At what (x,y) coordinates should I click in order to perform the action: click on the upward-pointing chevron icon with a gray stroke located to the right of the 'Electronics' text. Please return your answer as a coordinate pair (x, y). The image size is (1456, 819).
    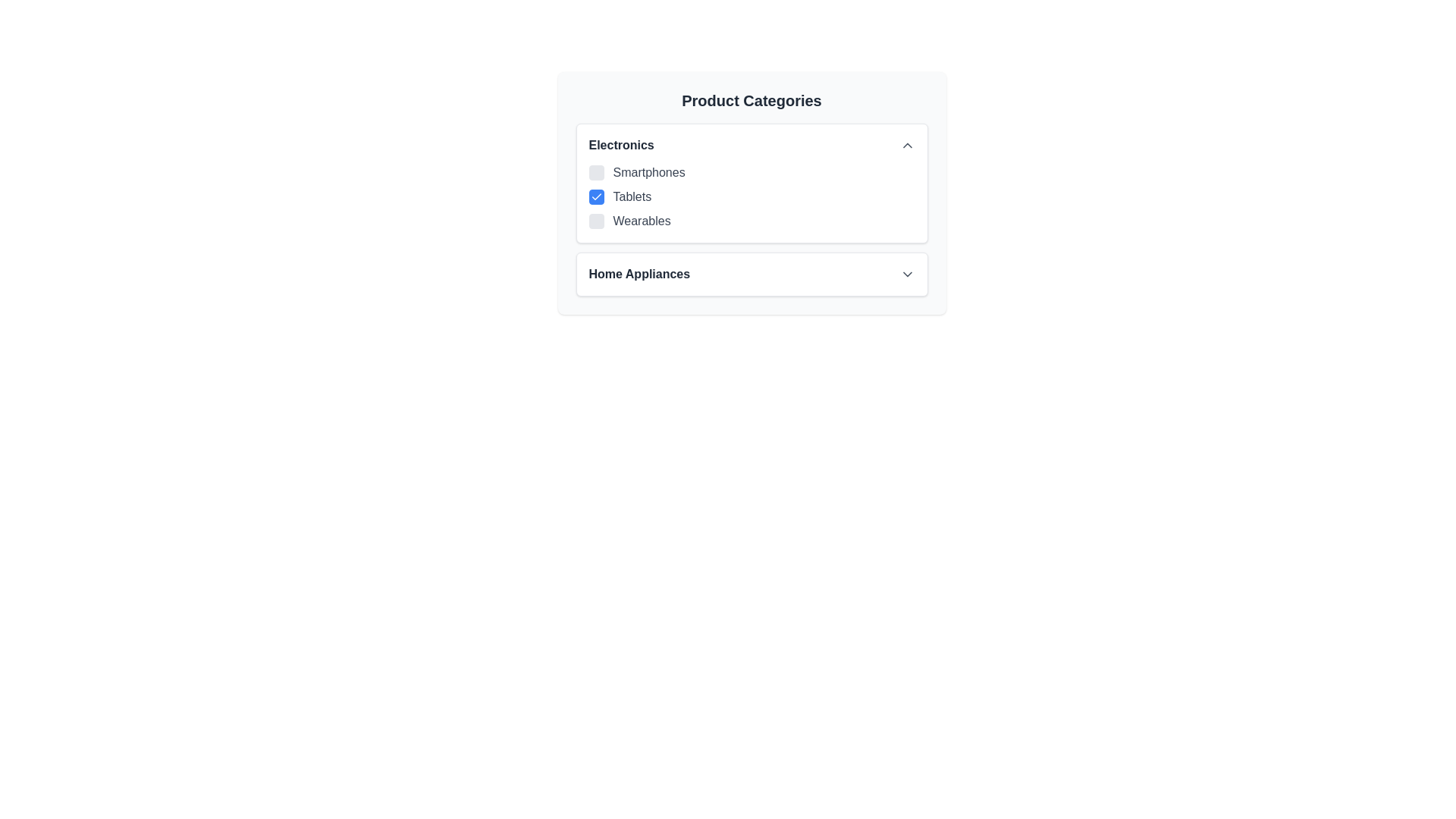
    Looking at the image, I should click on (907, 146).